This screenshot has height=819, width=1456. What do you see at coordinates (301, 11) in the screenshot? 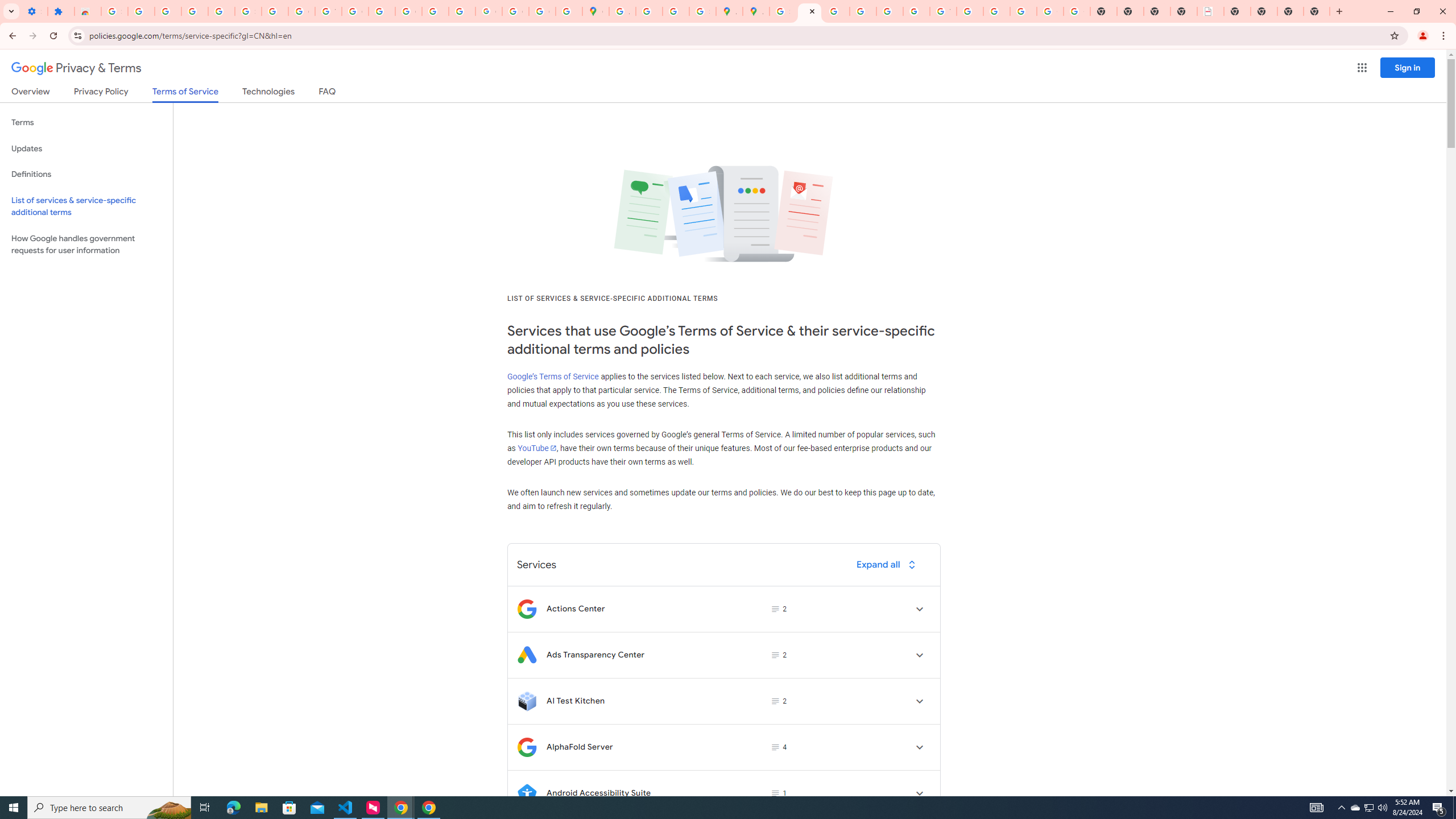
I see `'Google Account'` at bounding box center [301, 11].